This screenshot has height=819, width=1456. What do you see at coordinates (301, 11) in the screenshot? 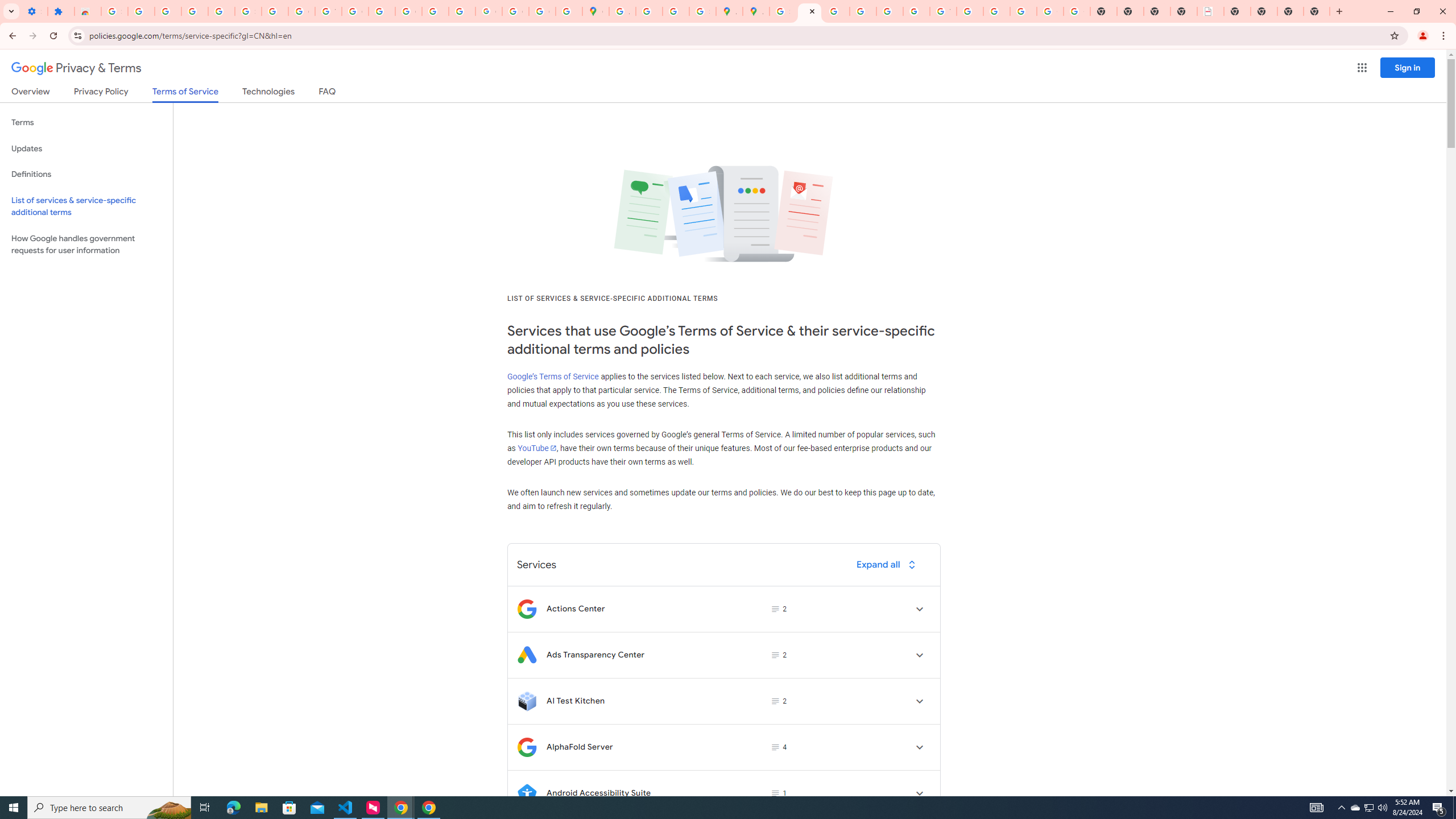
I see `'Google Account'` at bounding box center [301, 11].